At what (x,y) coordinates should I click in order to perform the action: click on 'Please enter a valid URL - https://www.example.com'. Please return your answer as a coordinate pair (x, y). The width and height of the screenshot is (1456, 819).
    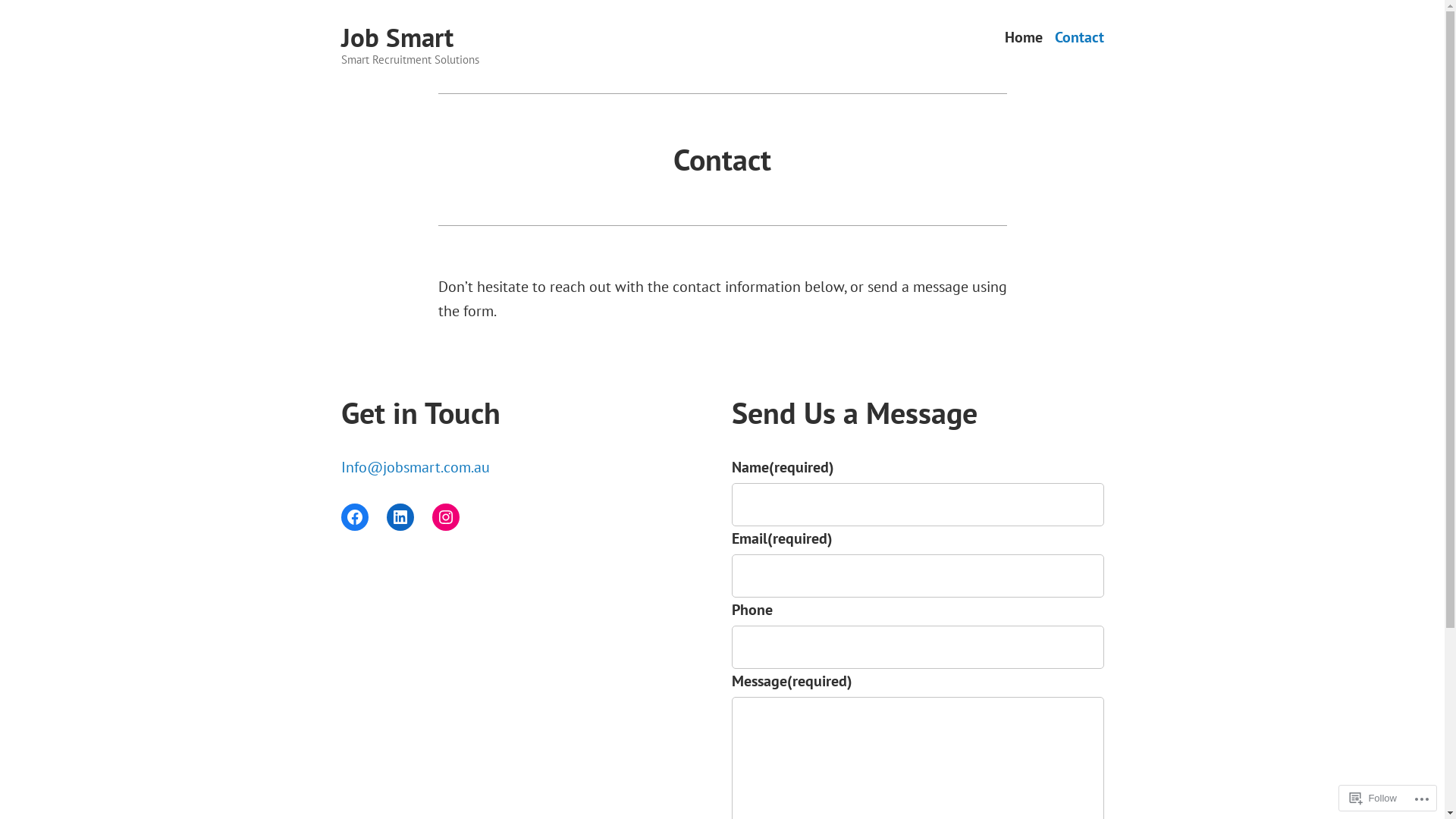
    Looking at the image, I should click on (916, 647).